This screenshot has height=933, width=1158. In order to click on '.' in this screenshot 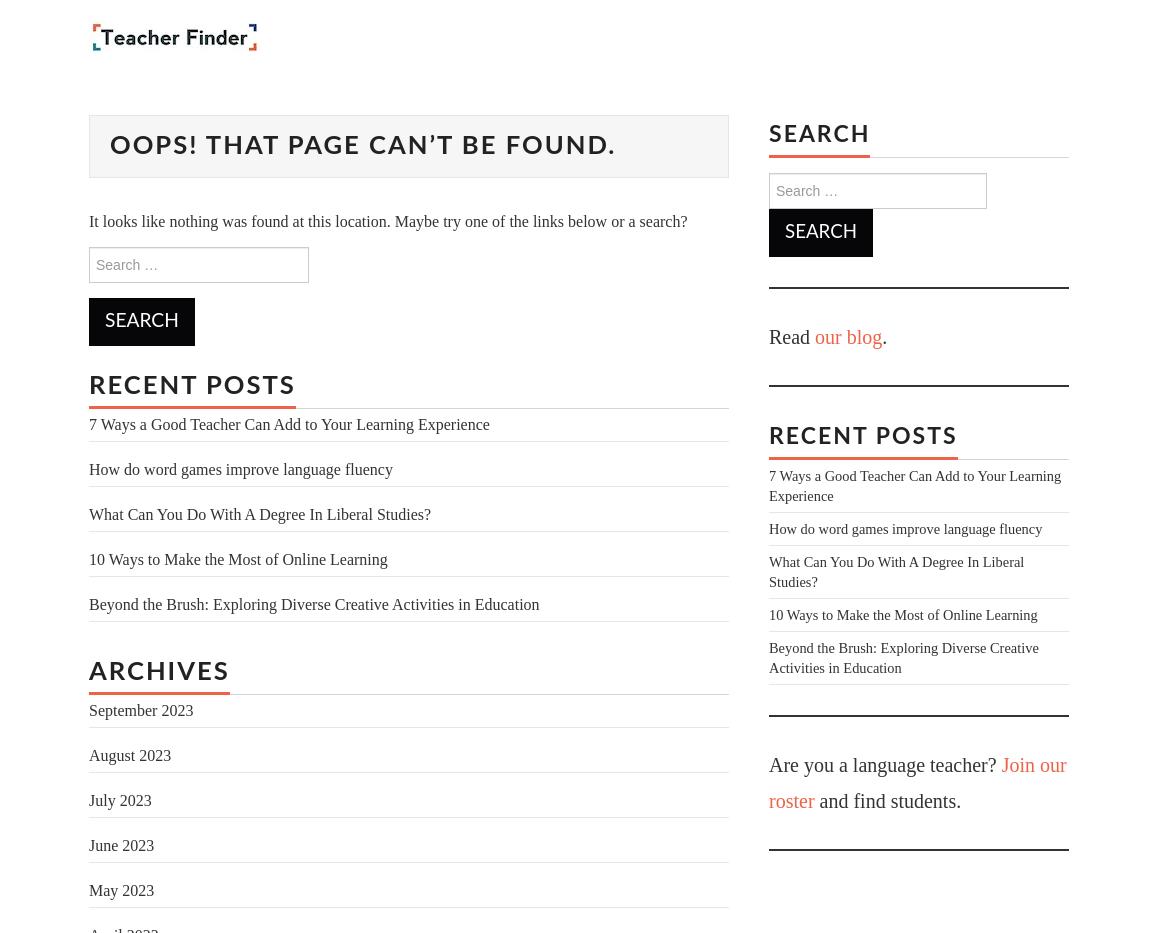, I will do `click(882, 335)`.